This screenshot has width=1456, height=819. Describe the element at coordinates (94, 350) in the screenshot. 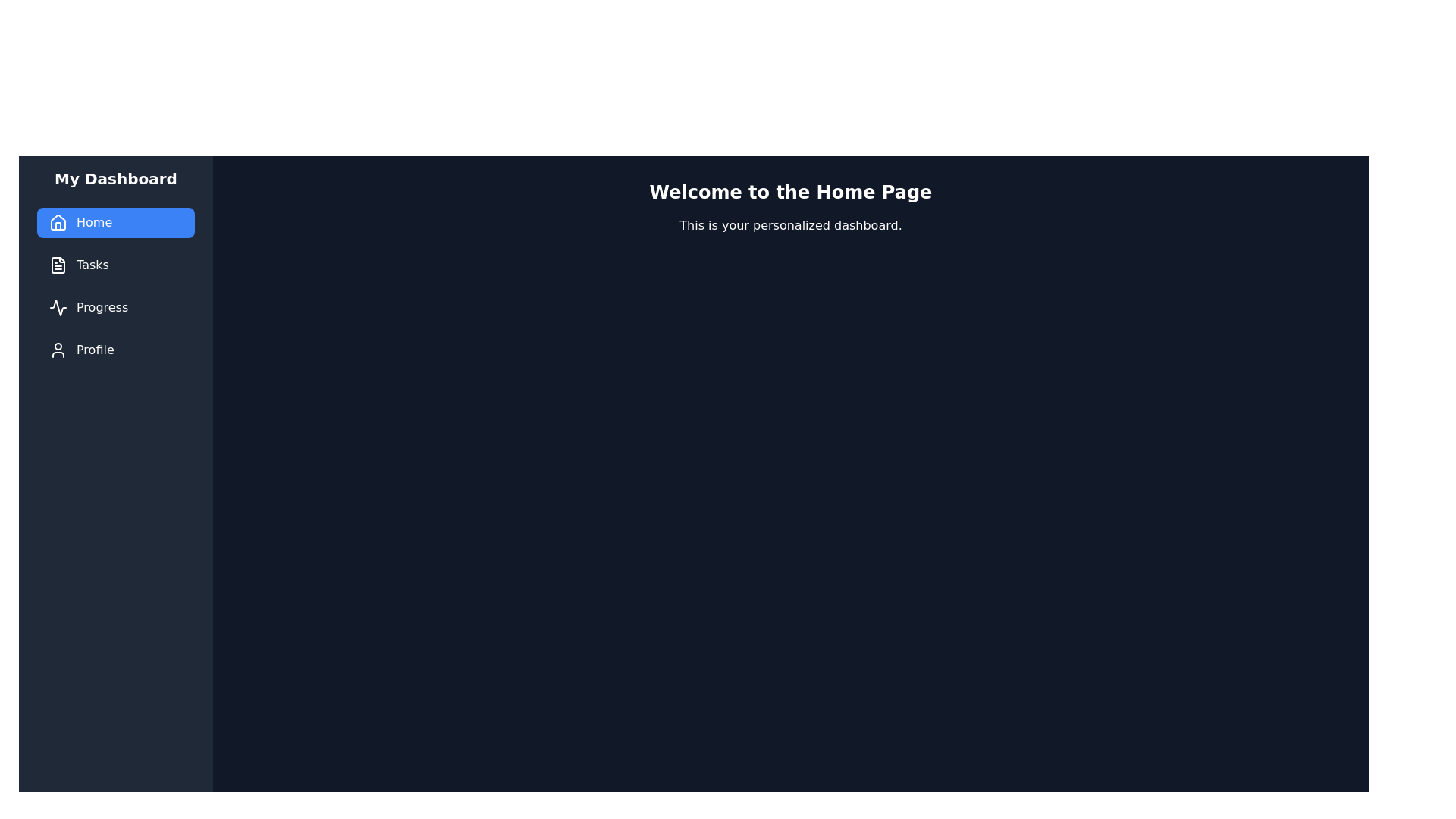

I see `the 'Profile' text label located in the sidebar menu` at that location.